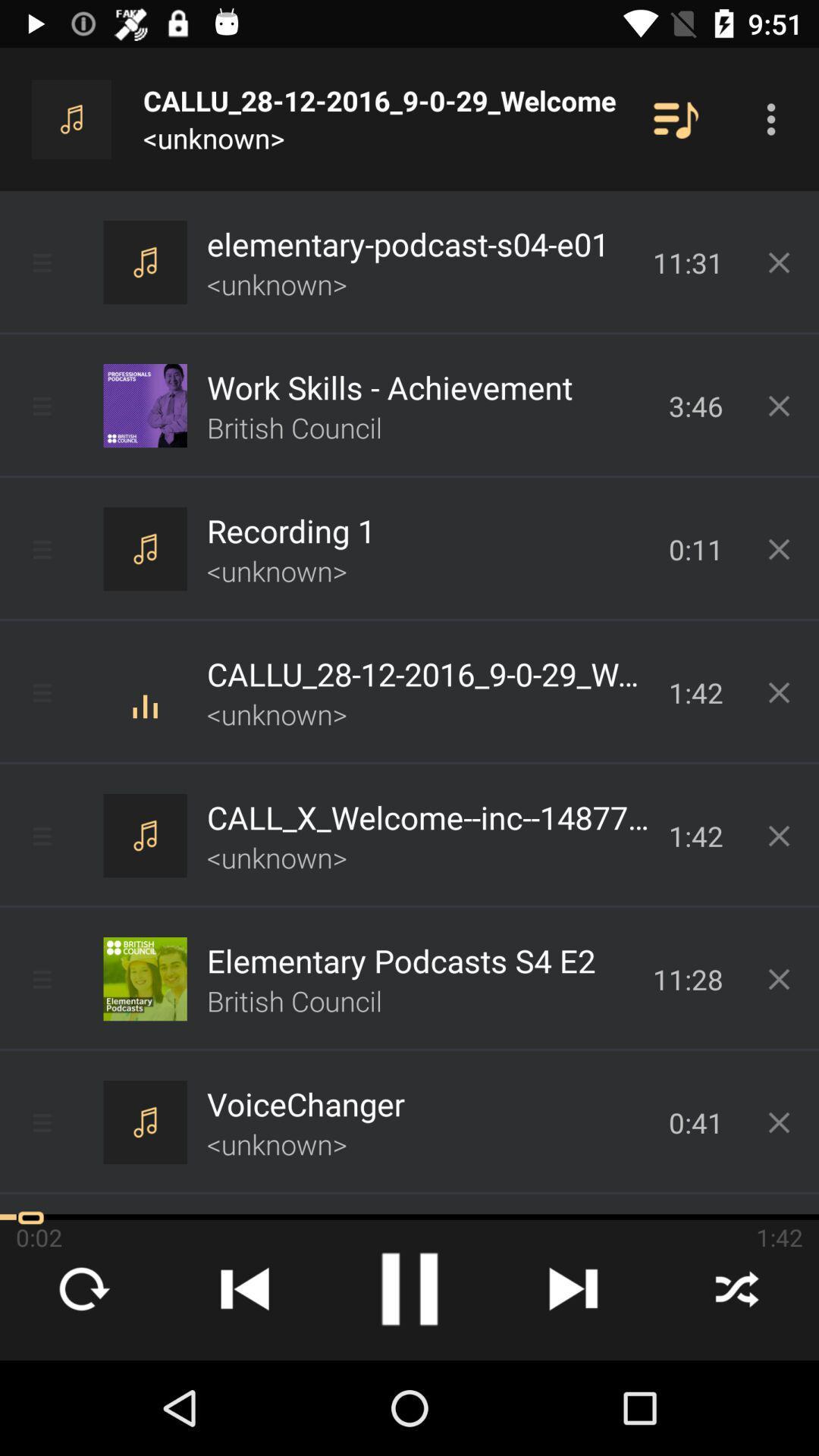 Image resolution: width=819 pixels, height=1456 pixels. I want to click on the skip_next icon, so click(573, 1288).